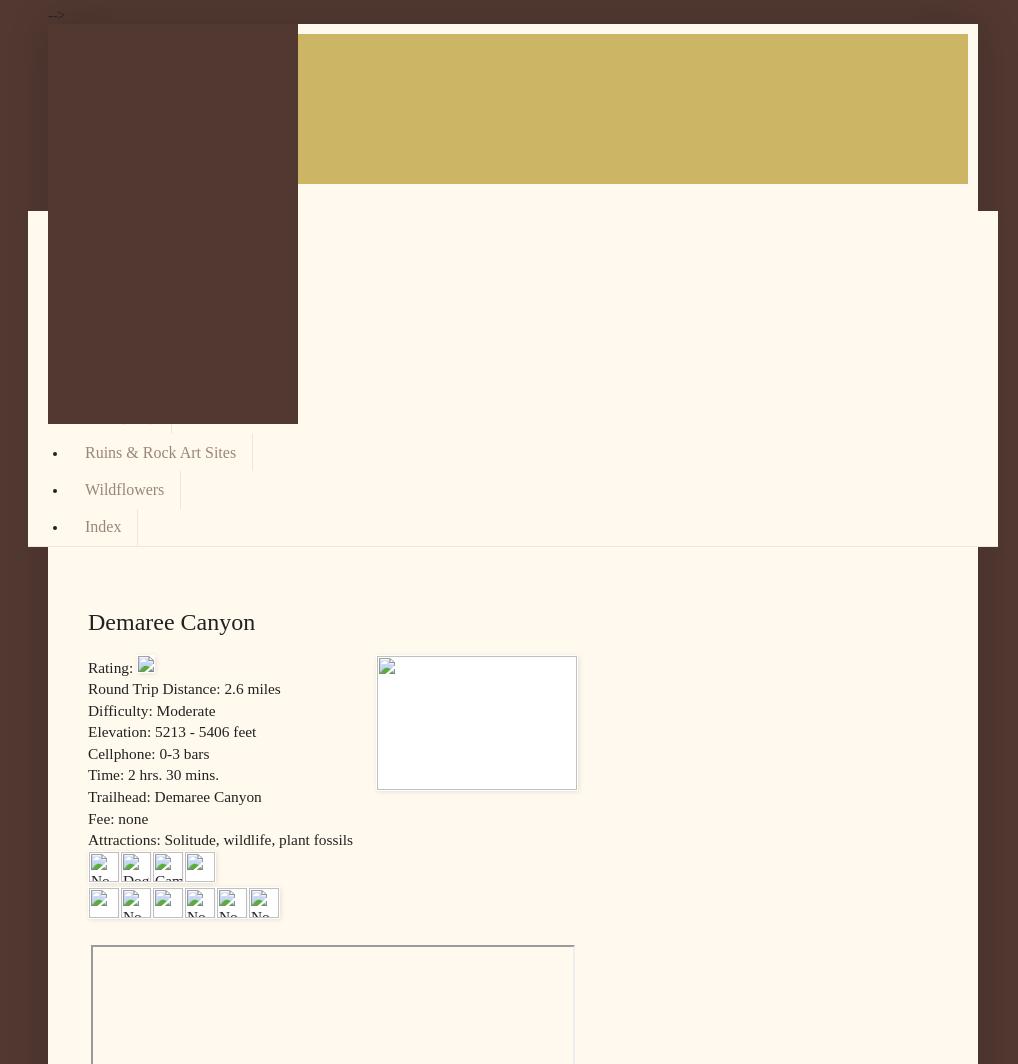 This screenshot has width=1018, height=1064. I want to click on 'Nevada (33)', so click(123, 340).